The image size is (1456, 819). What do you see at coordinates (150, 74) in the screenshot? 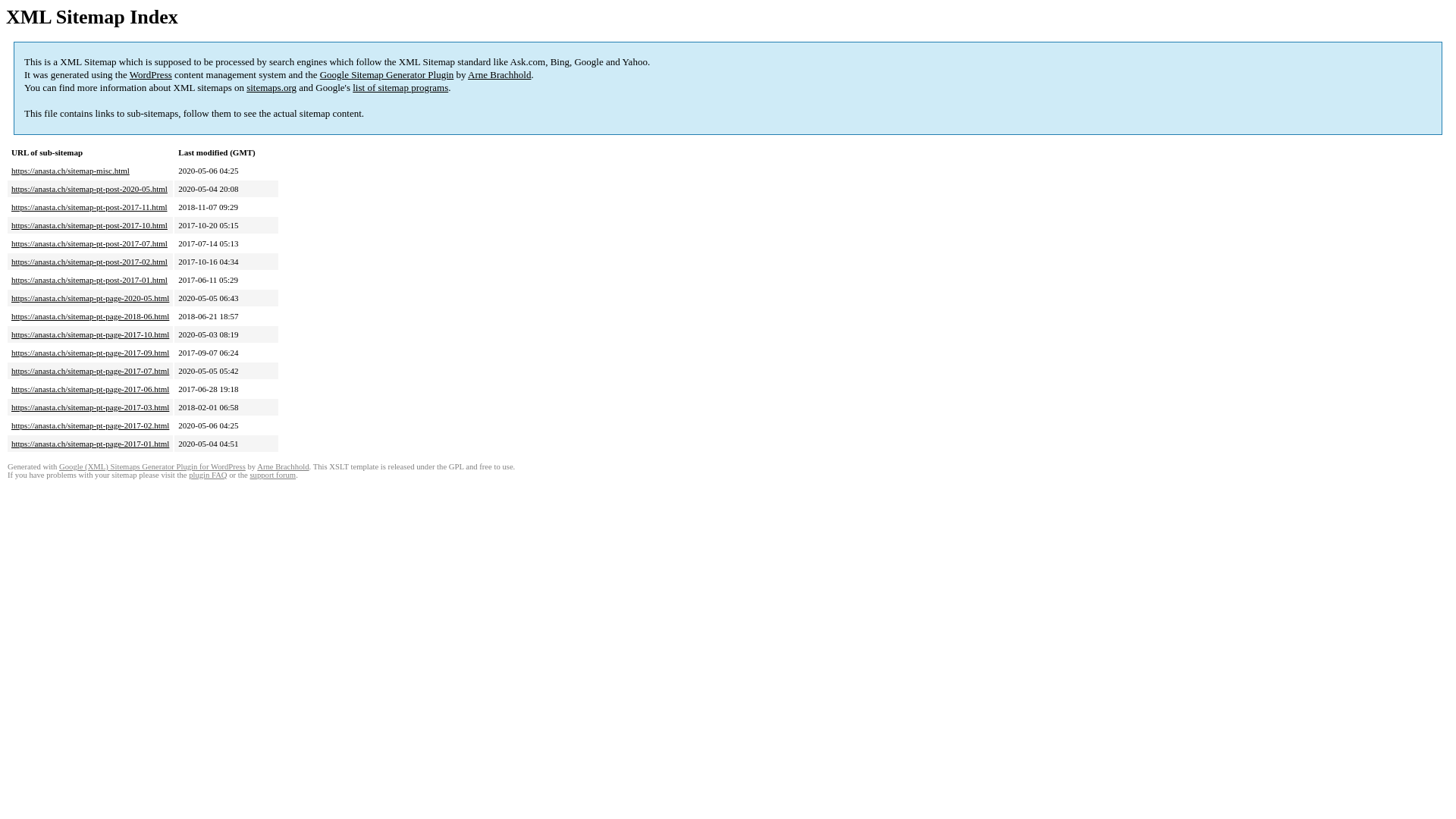
I see `'WordPress'` at bounding box center [150, 74].